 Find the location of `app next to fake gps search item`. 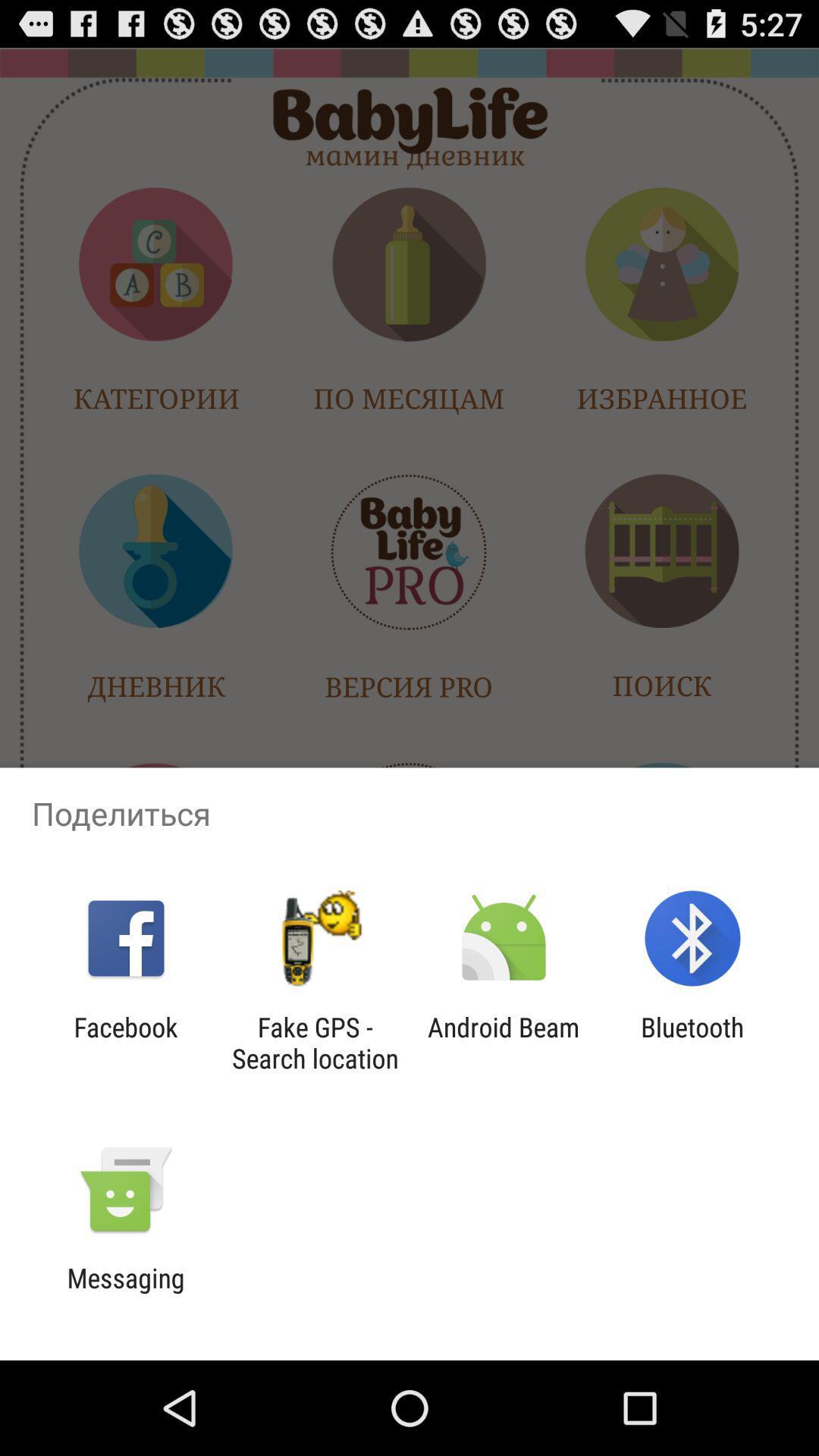

app next to fake gps search item is located at coordinates (125, 1042).